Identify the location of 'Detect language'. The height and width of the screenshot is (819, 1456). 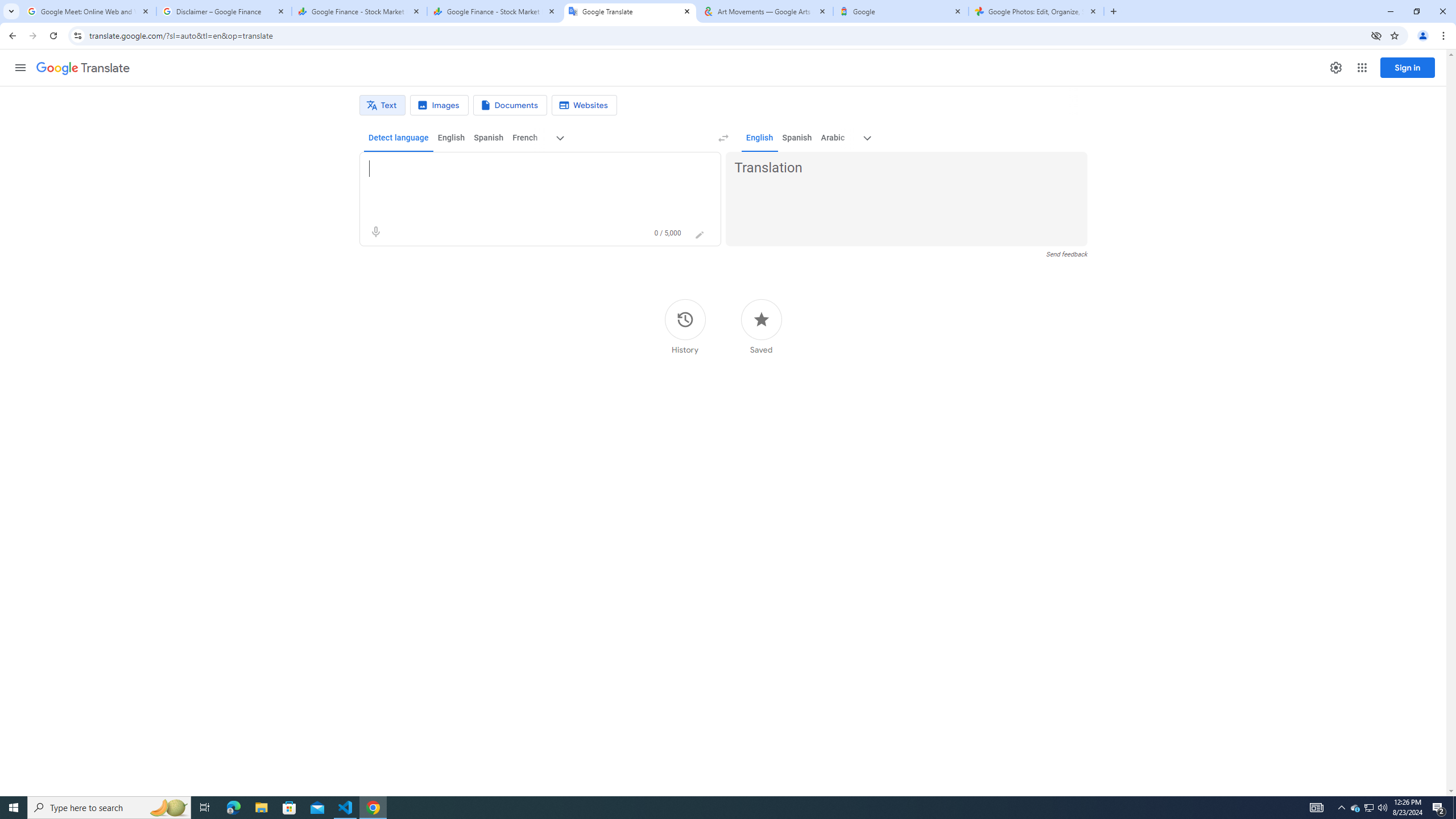
(399, 137).